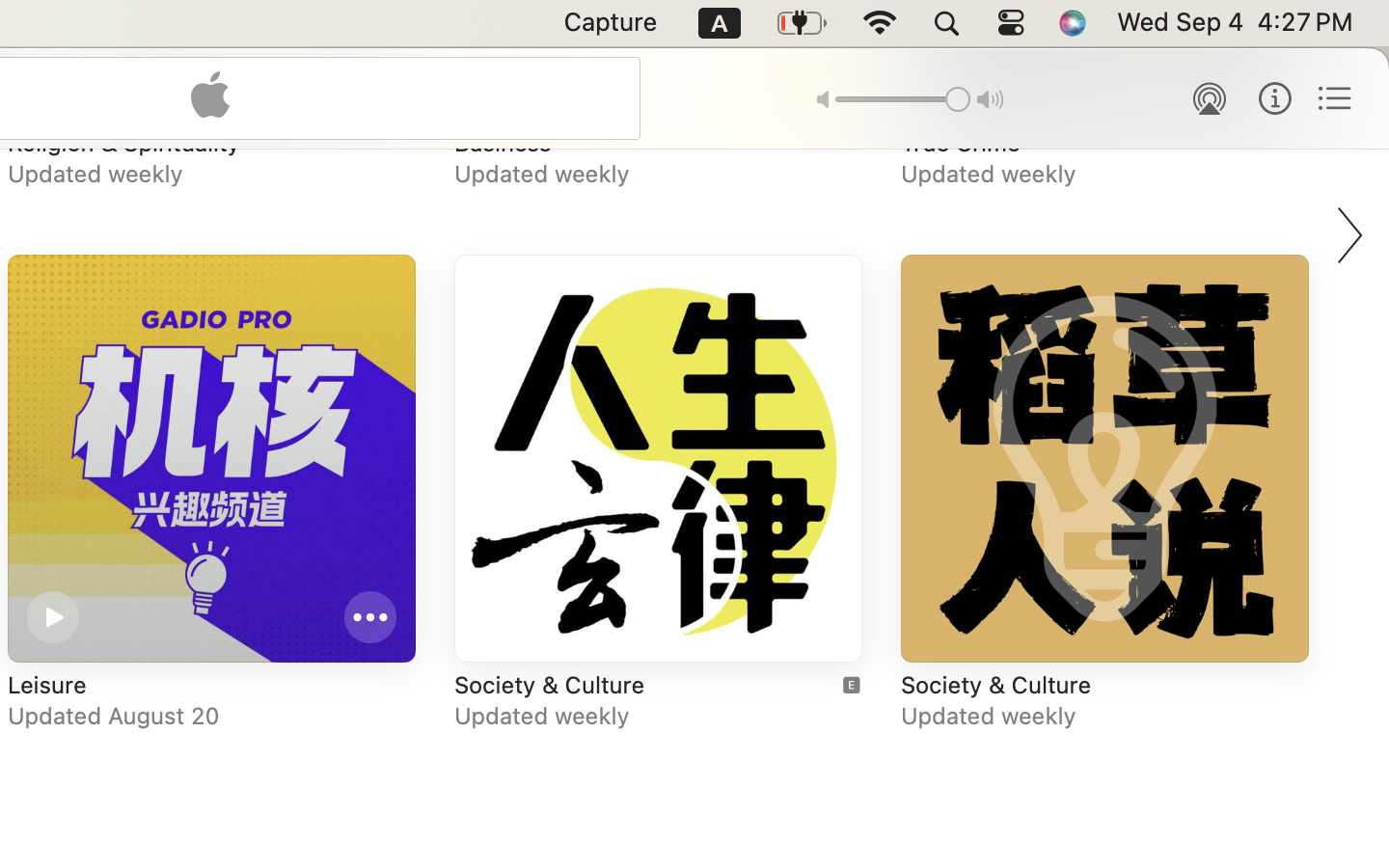  Describe the element at coordinates (903, 97) in the screenshot. I see `'1.0'` at that location.